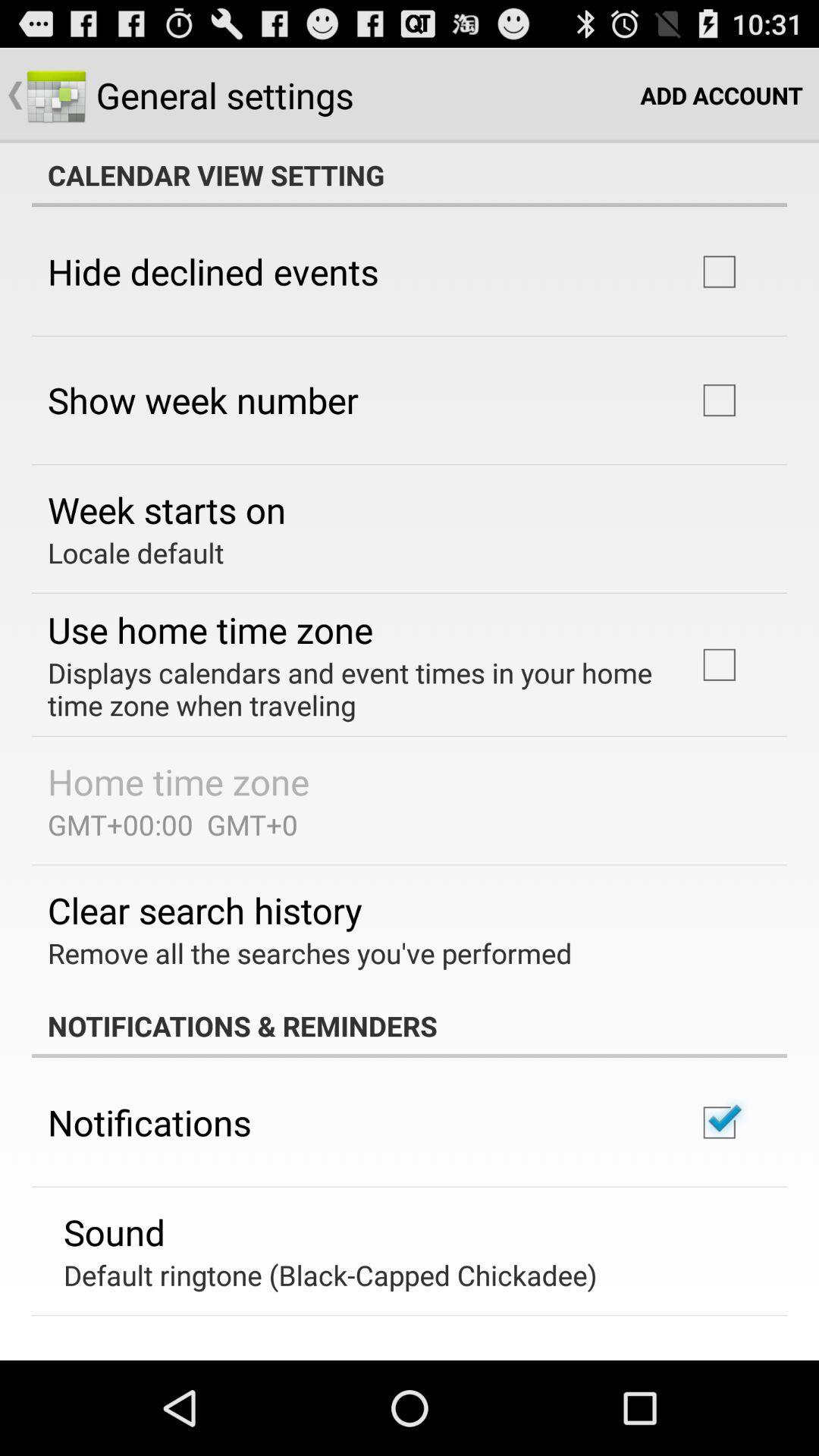 The width and height of the screenshot is (819, 1456). What do you see at coordinates (329, 1274) in the screenshot?
I see `the default ringtone black item` at bounding box center [329, 1274].